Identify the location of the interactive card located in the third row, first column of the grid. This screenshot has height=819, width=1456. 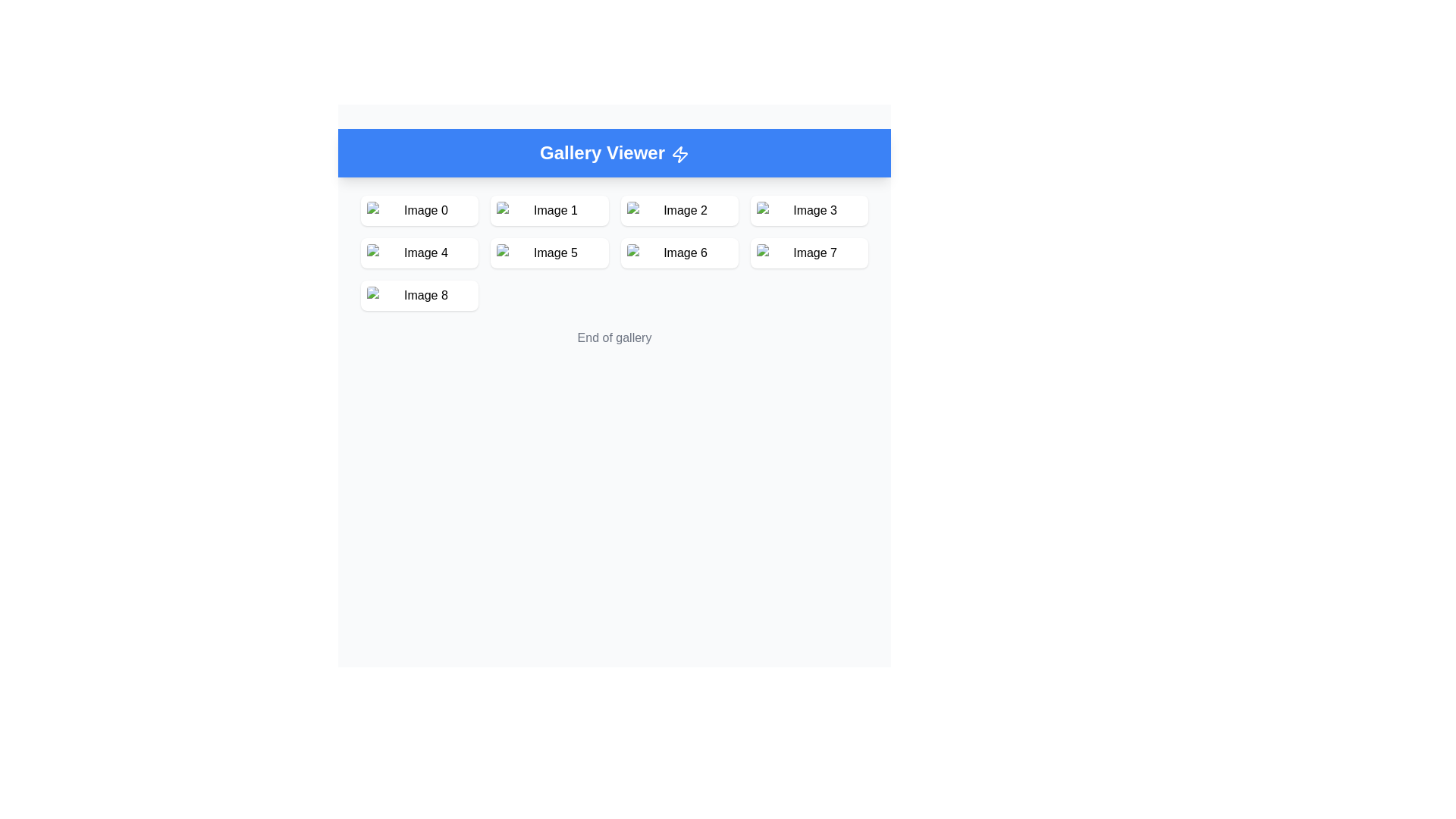
(419, 295).